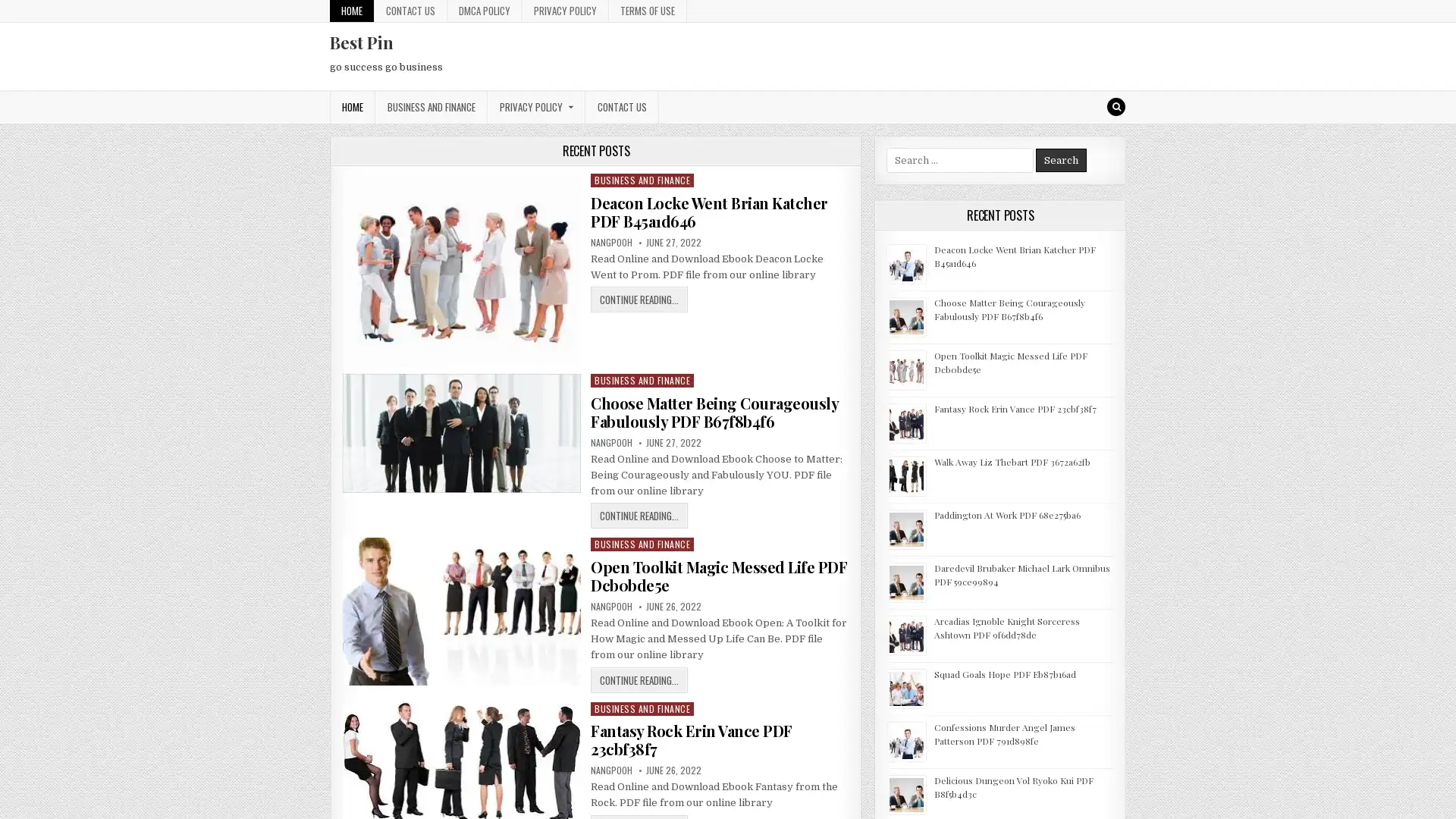  Describe the element at coordinates (1060, 160) in the screenshot. I see `Search` at that location.